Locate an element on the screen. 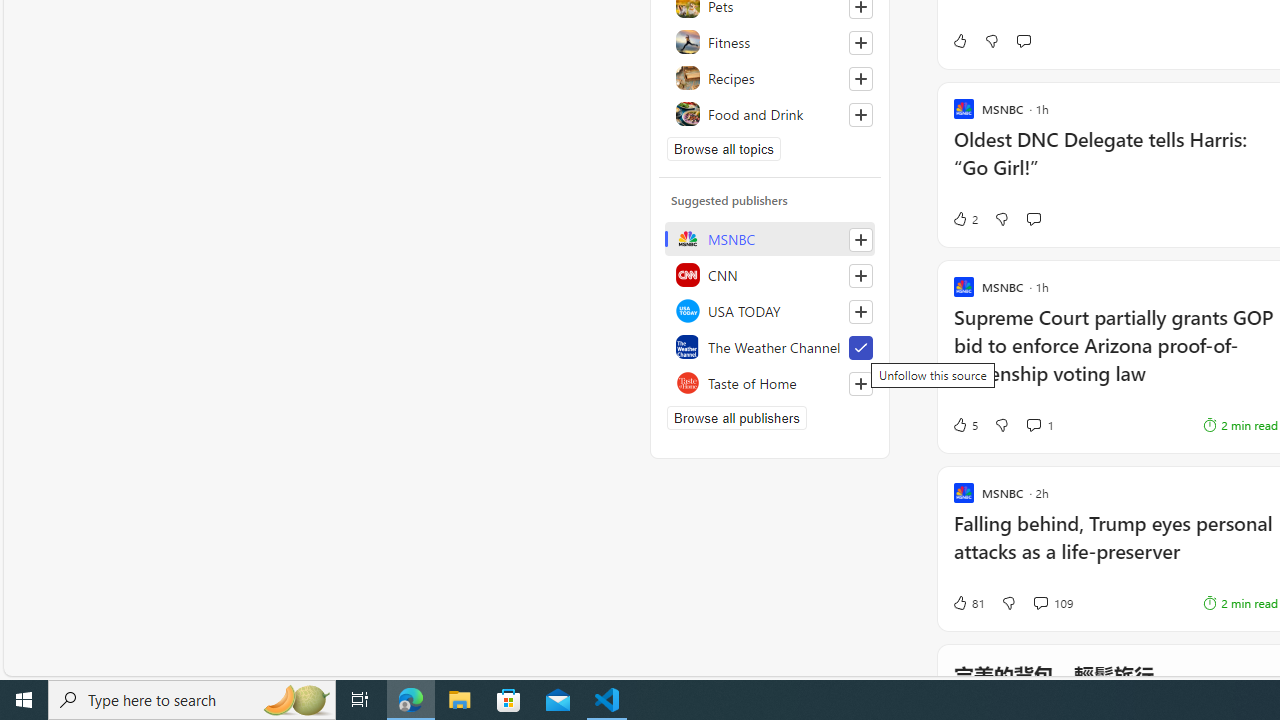 The height and width of the screenshot is (720, 1280). 'The Weather Channel' is located at coordinates (769, 346).